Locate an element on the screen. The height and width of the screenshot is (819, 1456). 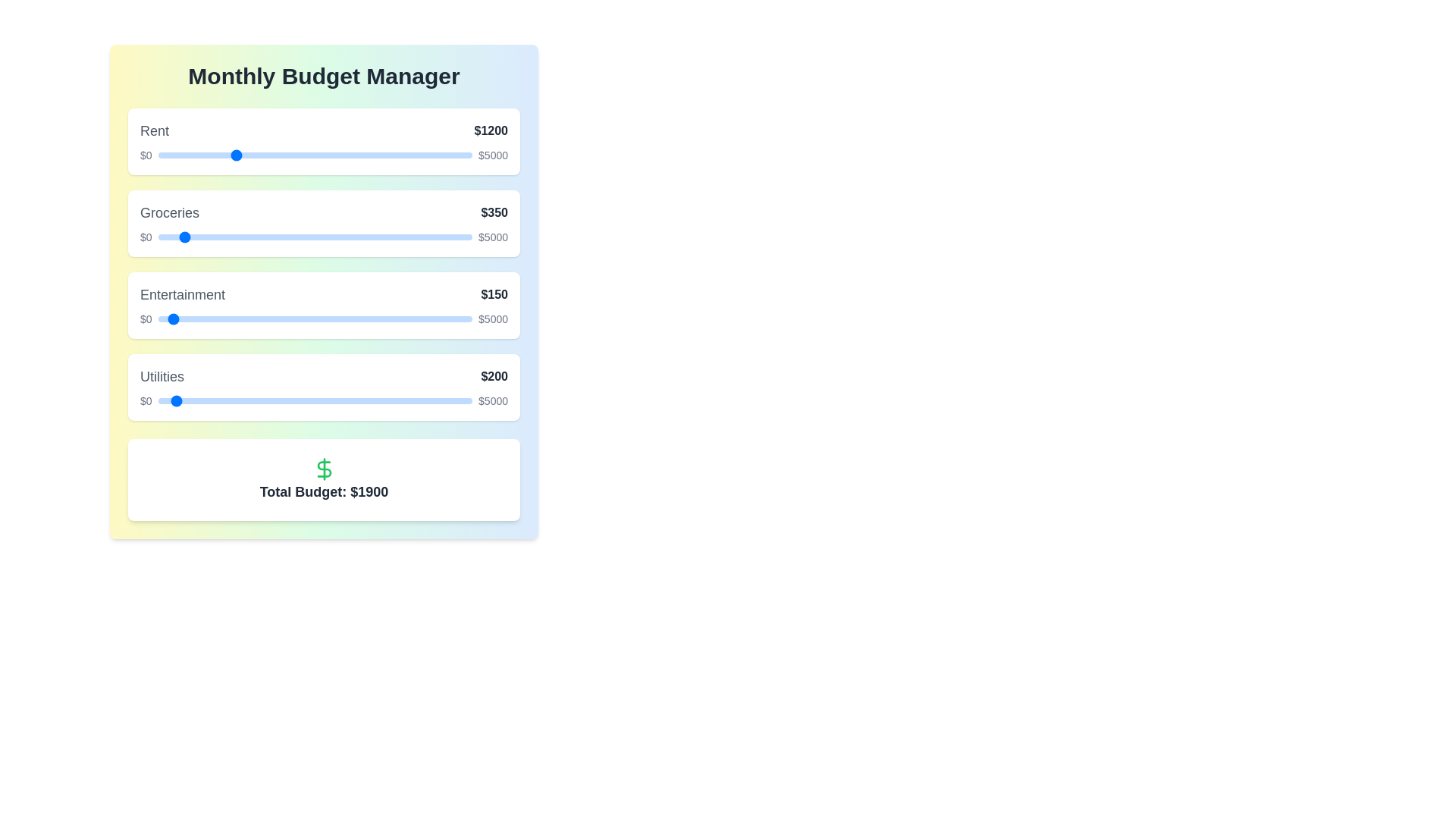
the utilities budget is located at coordinates (397, 400).